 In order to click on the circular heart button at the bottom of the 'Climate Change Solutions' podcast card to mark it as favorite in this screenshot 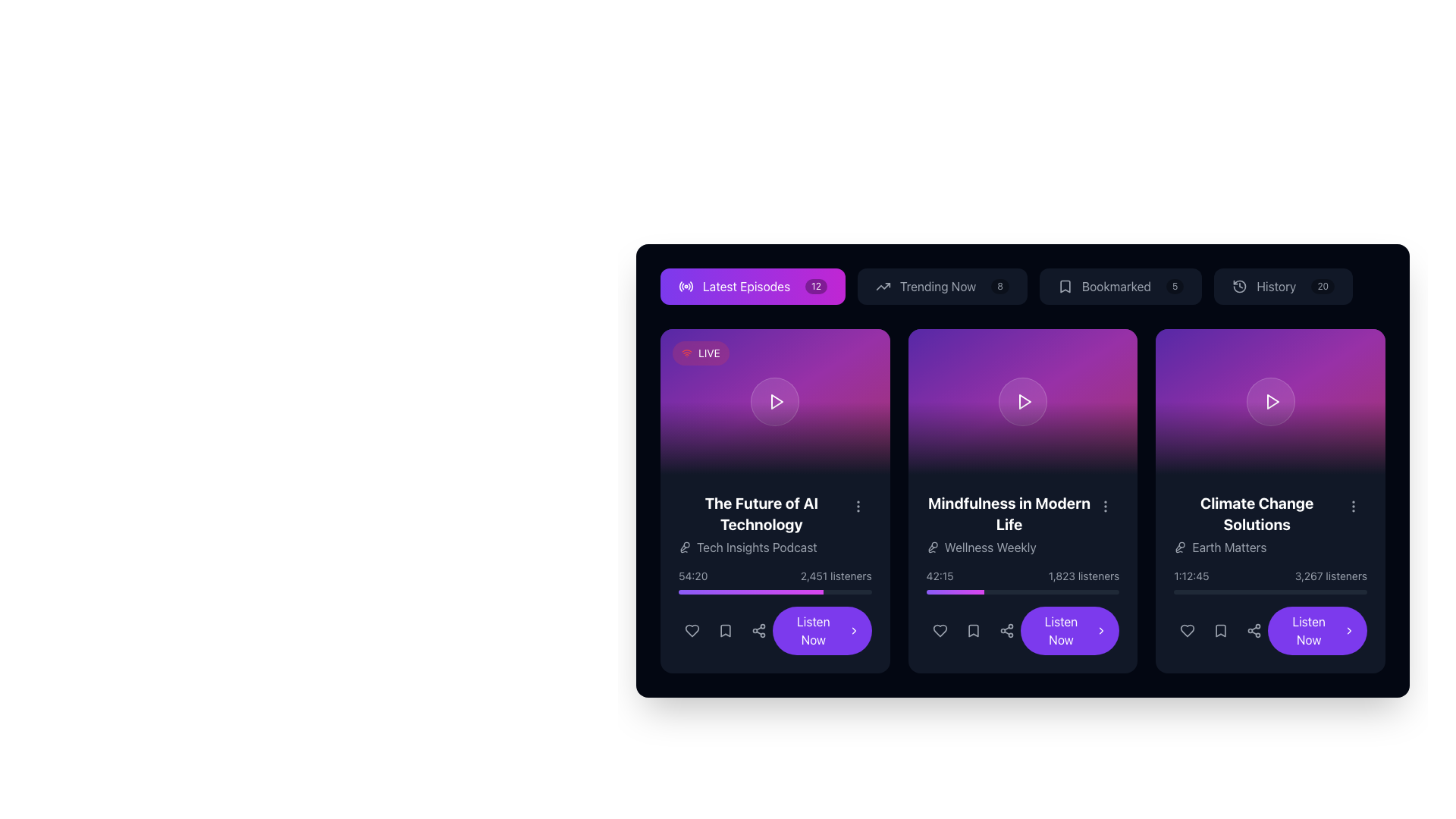, I will do `click(1187, 631)`.